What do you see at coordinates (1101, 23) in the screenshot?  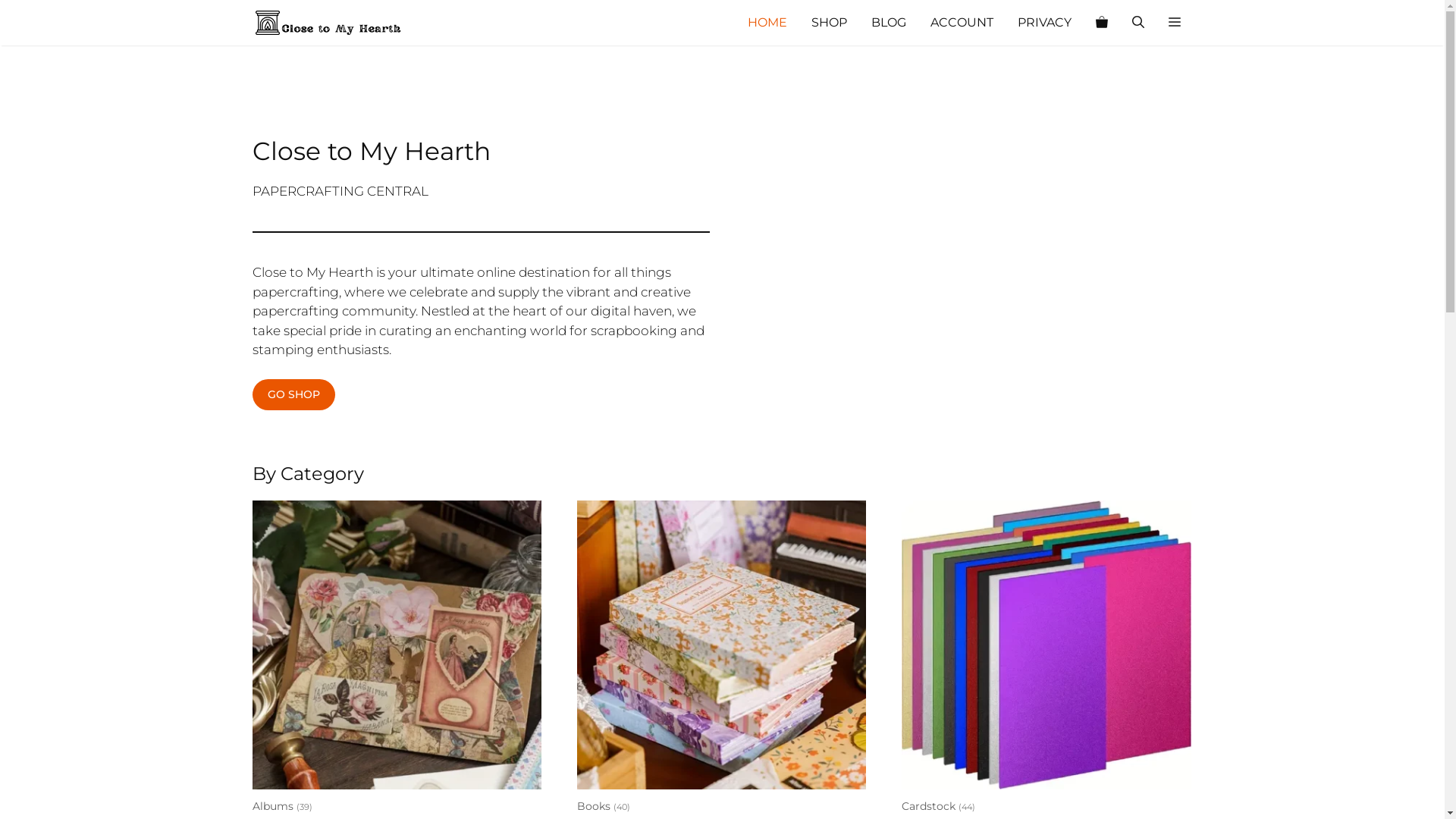 I see `'View your shopping cart'` at bounding box center [1101, 23].